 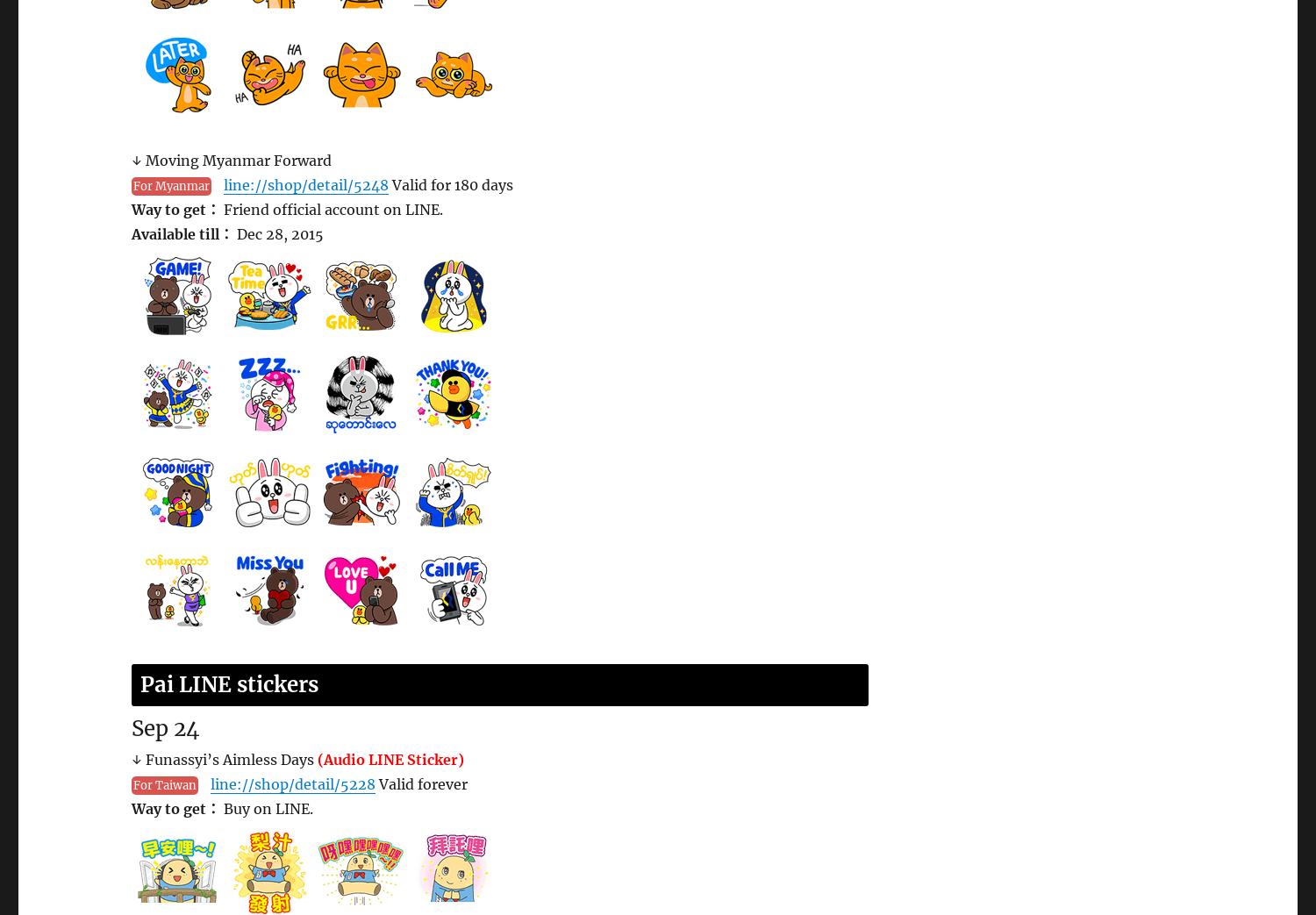 I want to click on 'line://shop/detail/5228', so click(x=210, y=783).